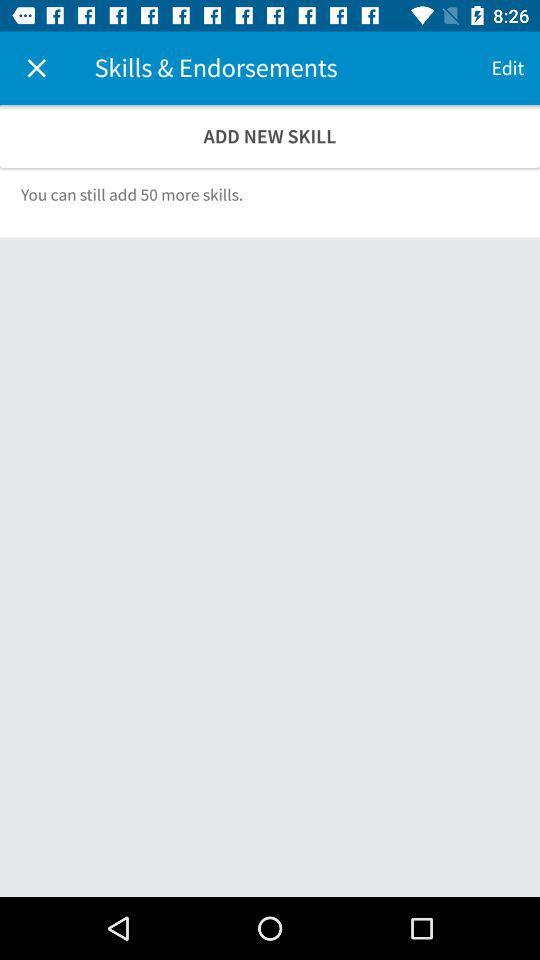 This screenshot has width=540, height=960. Describe the element at coordinates (36, 68) in the screenshot. I see `the item above add new skill icon` at that location.